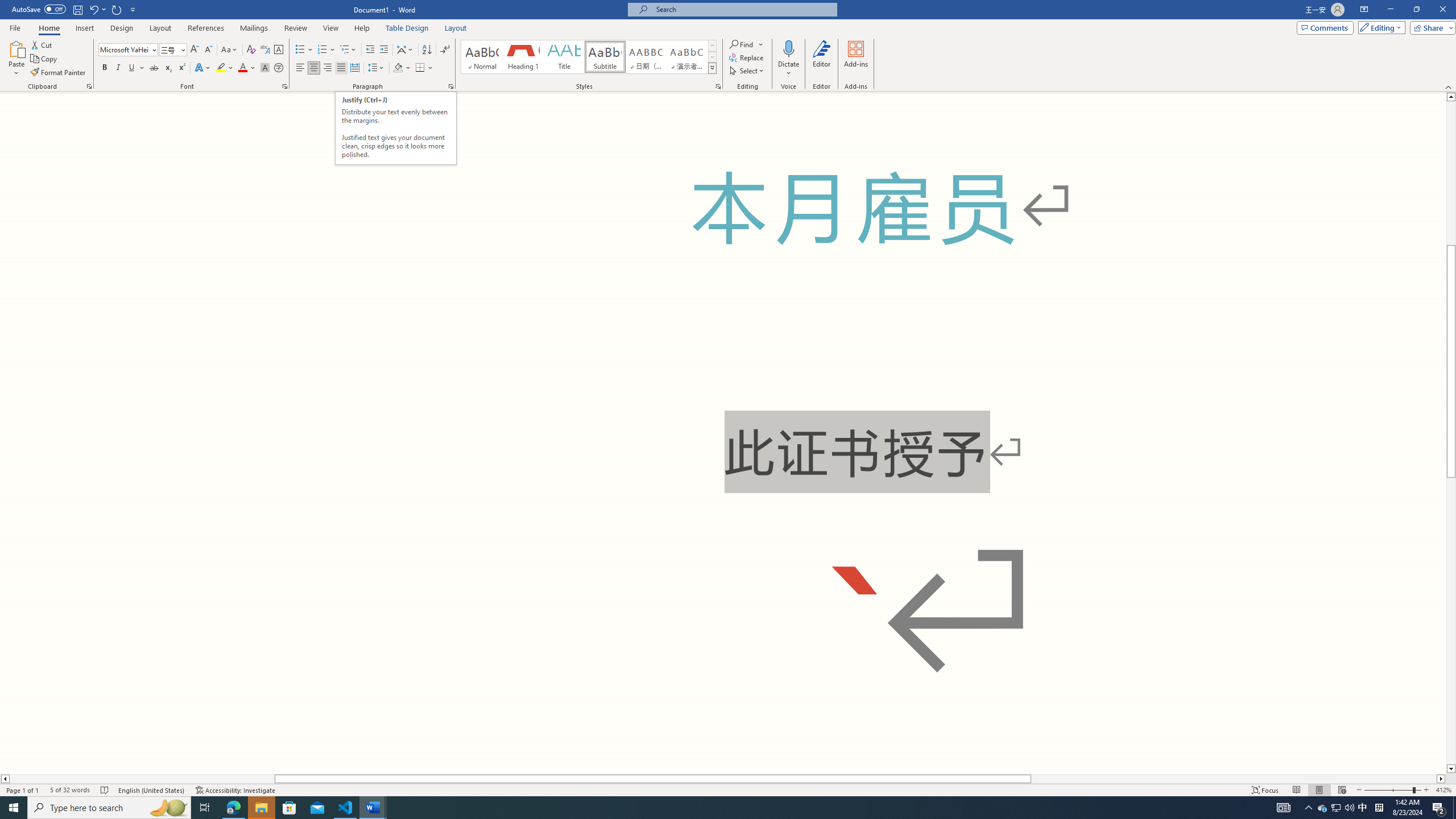 The image size is (1456, 819). Describe the element at coordinates (1392, 790) in the screenshot. I see `'Zoom'` at that location.